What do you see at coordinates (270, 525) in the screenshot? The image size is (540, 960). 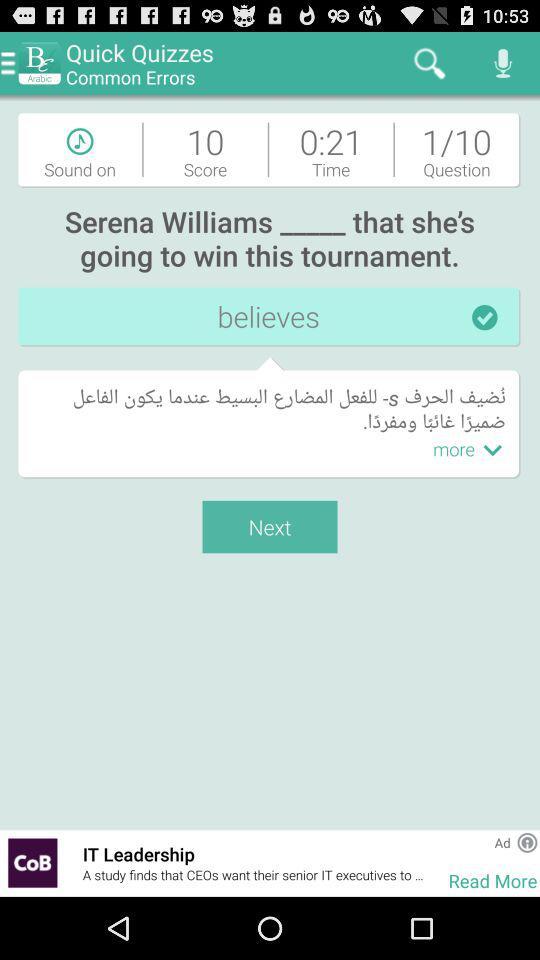 I see `the item above the it leadership item` at bounding box center [270, 525].